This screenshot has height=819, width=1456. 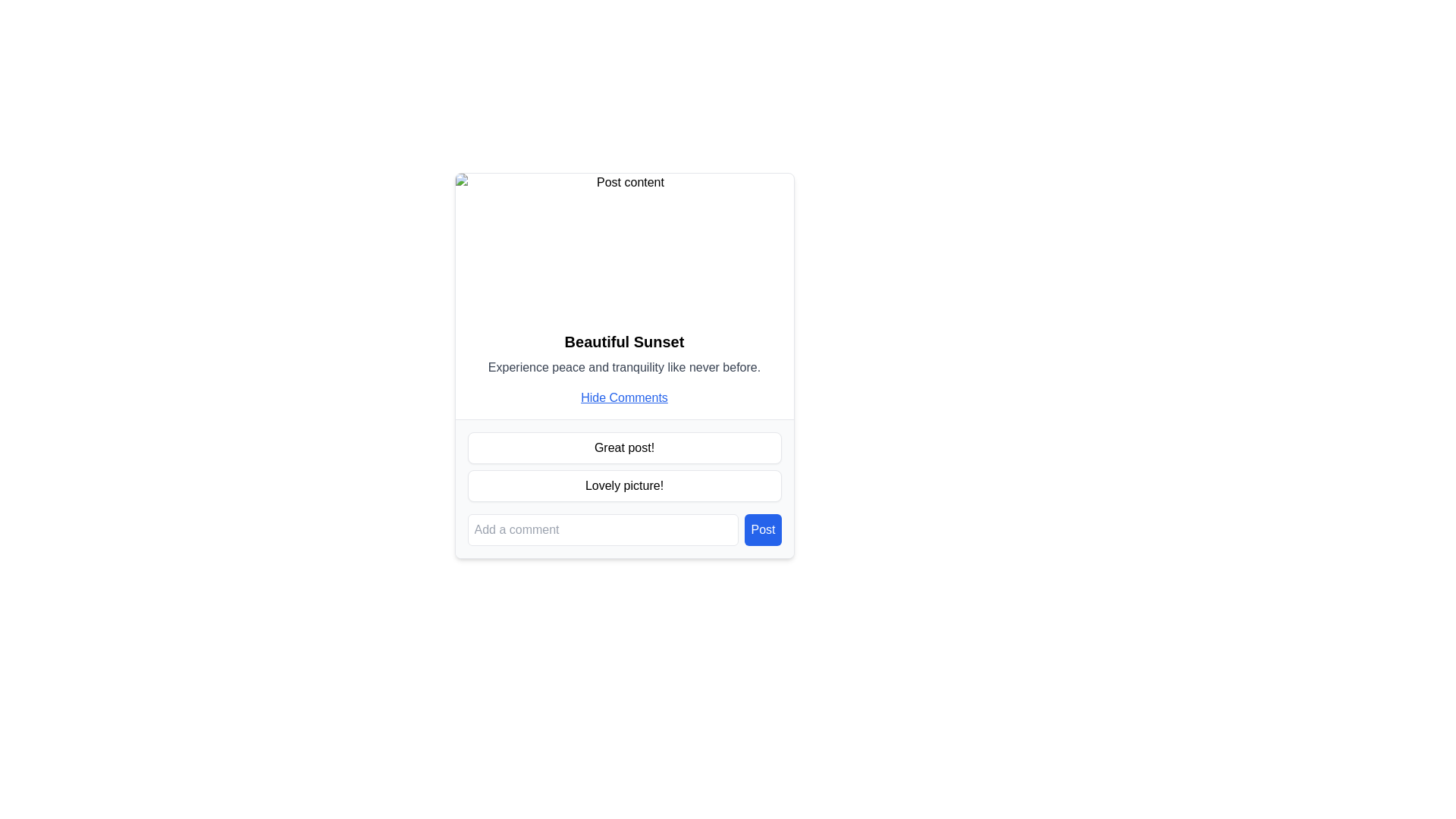 I want to click on the blue-colored hyperlink 'Hide Comments' to hide the comments section below the 'Beautiful Sunset' post, so click(x=624, y=397).